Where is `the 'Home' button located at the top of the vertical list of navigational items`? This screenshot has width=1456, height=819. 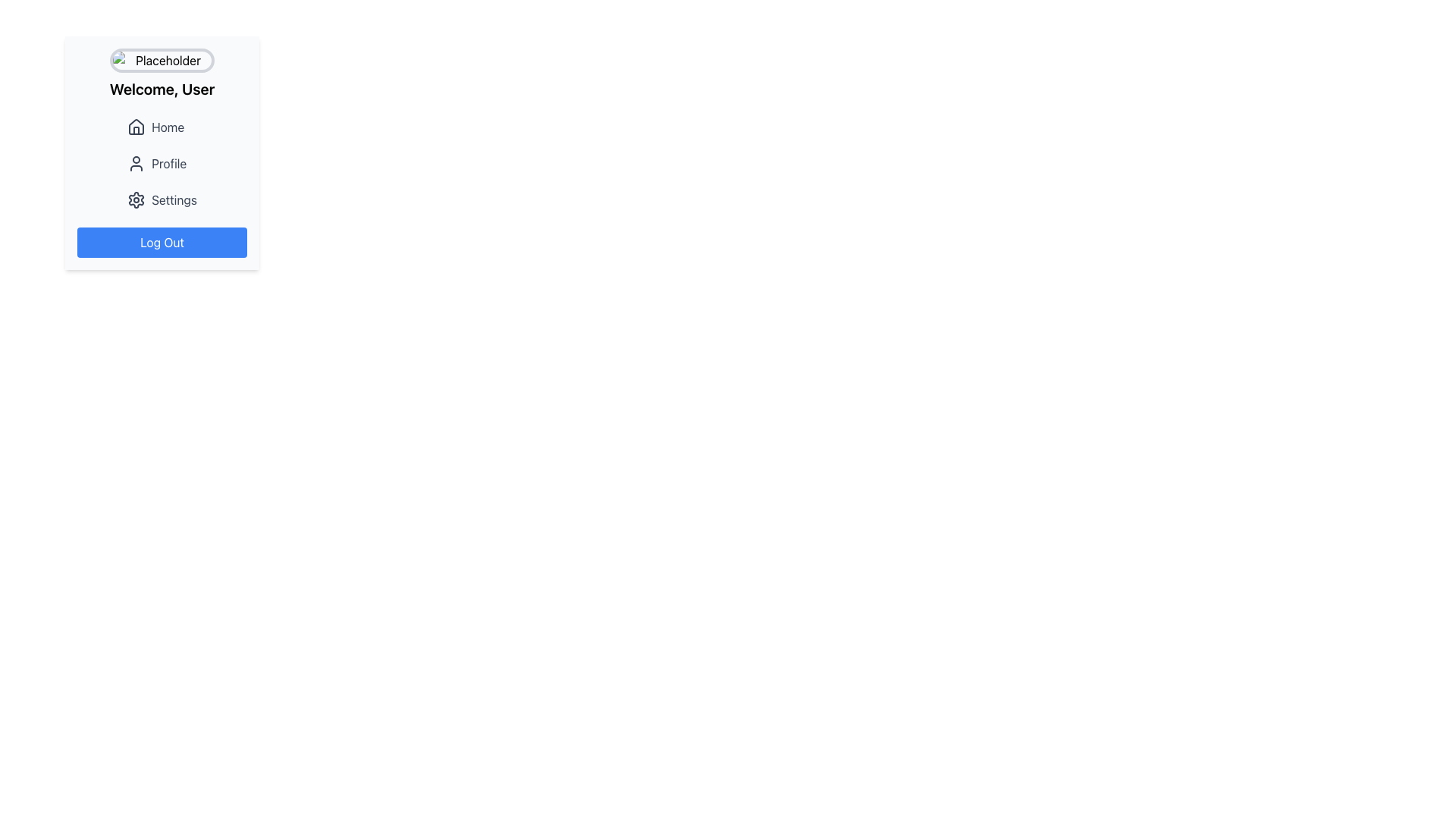
the 'Home' button located at the top of the vertical list of navigational items is located at coordinates (162, 127).